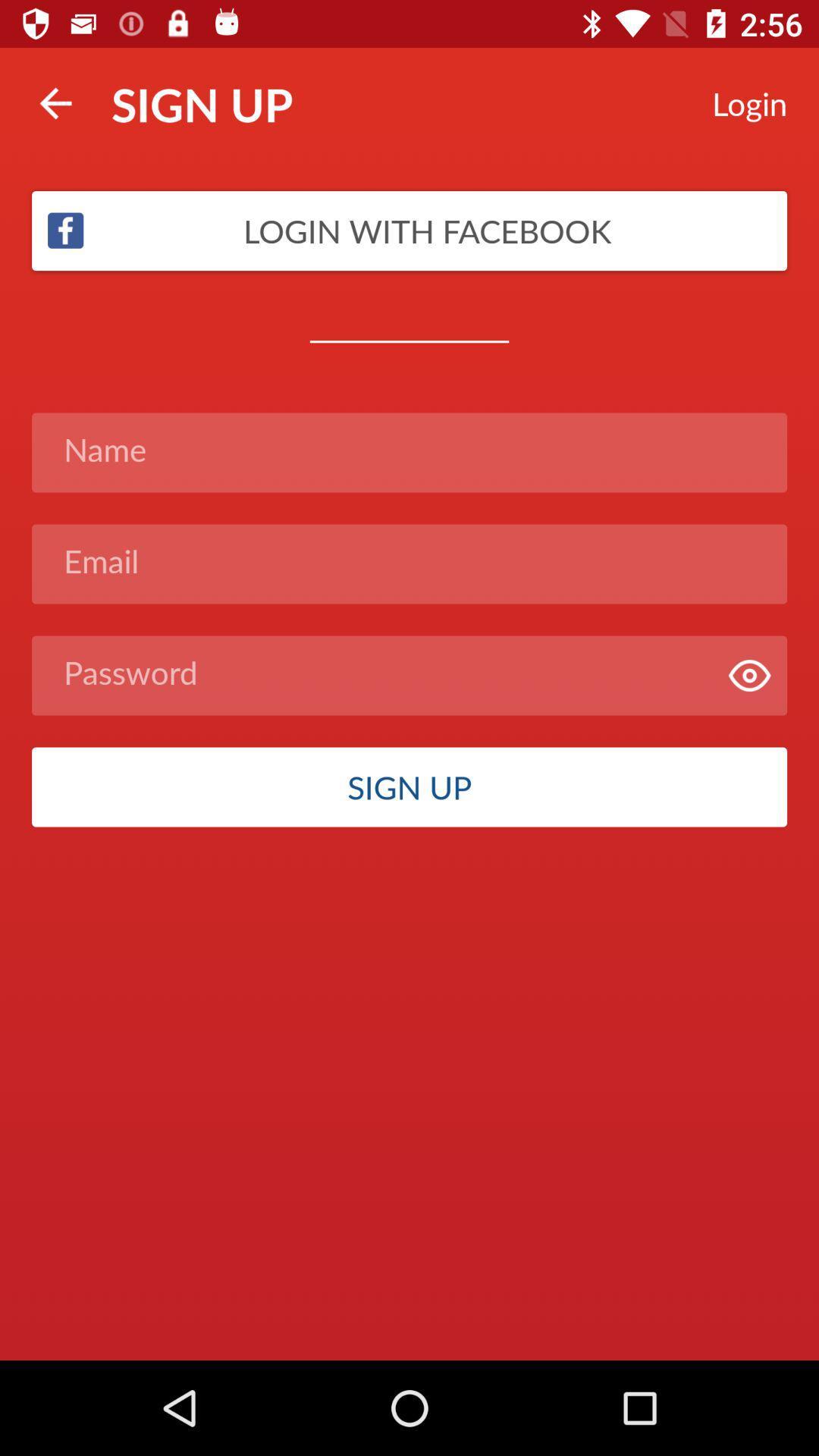 This screenshot has width=819, height=1456. What do you see at coordinates (409, 230) in the screenshot?
I see `item below login` at bounding box center [409, 230].